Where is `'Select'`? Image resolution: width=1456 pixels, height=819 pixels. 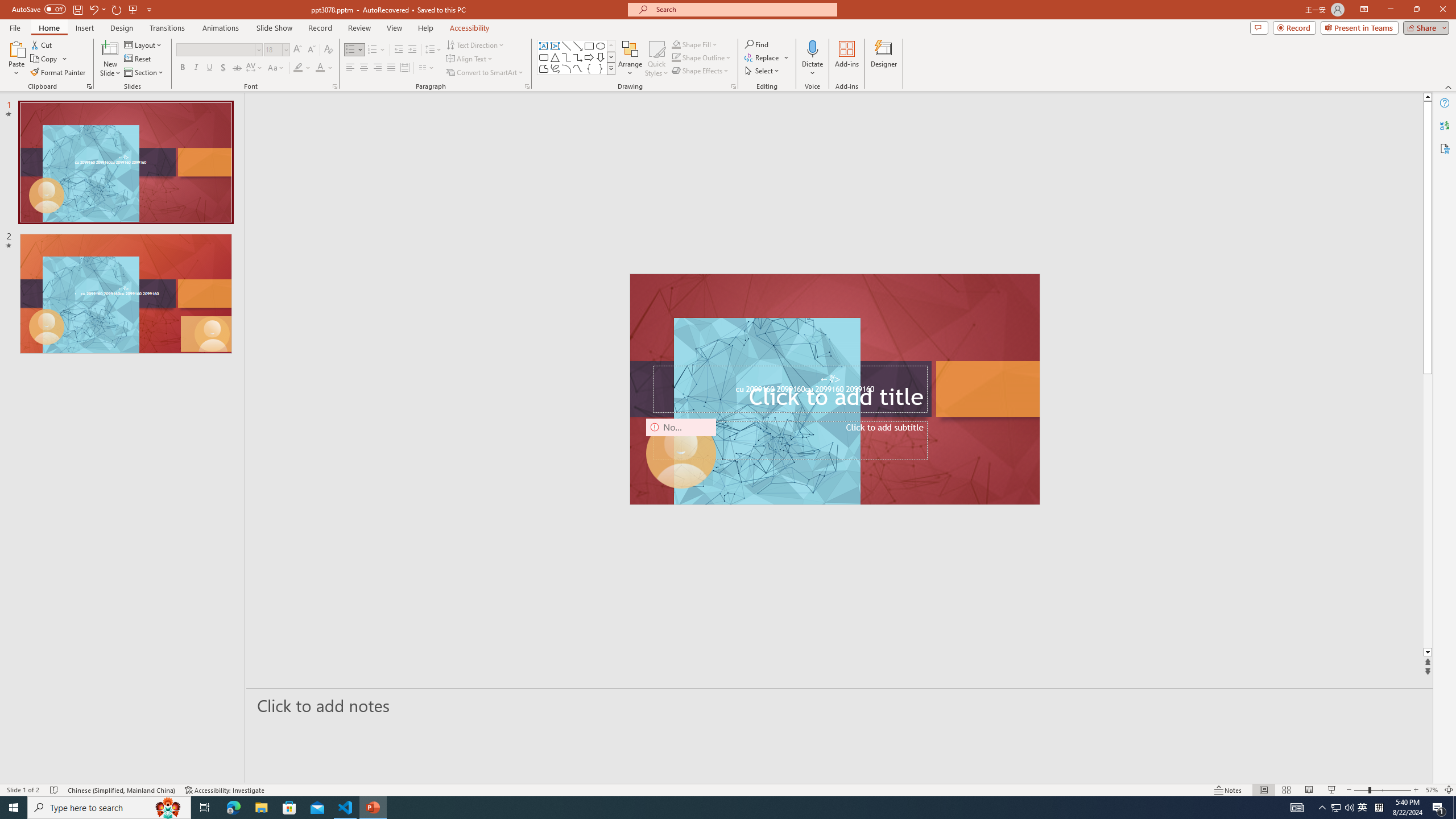
'Select' is located at coordinates (763, 69).